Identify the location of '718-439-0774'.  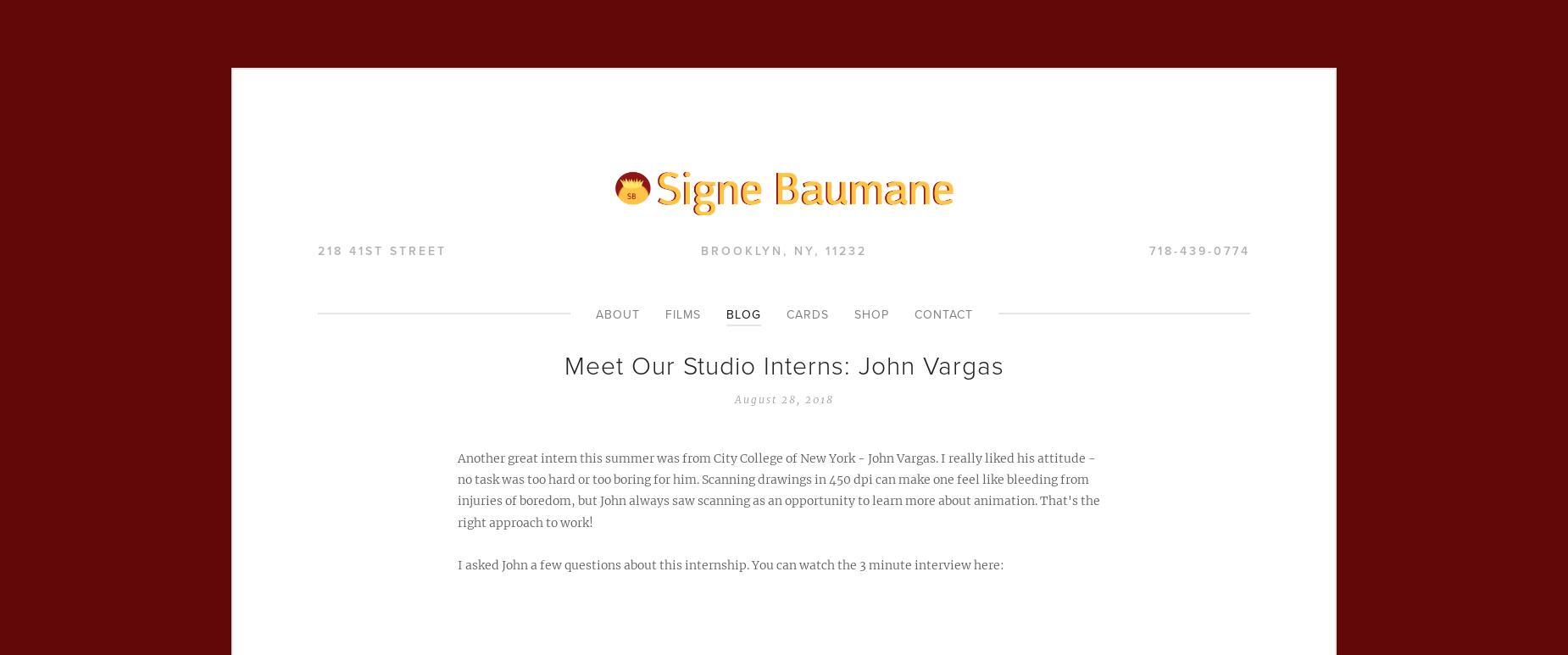
(1147, 251).